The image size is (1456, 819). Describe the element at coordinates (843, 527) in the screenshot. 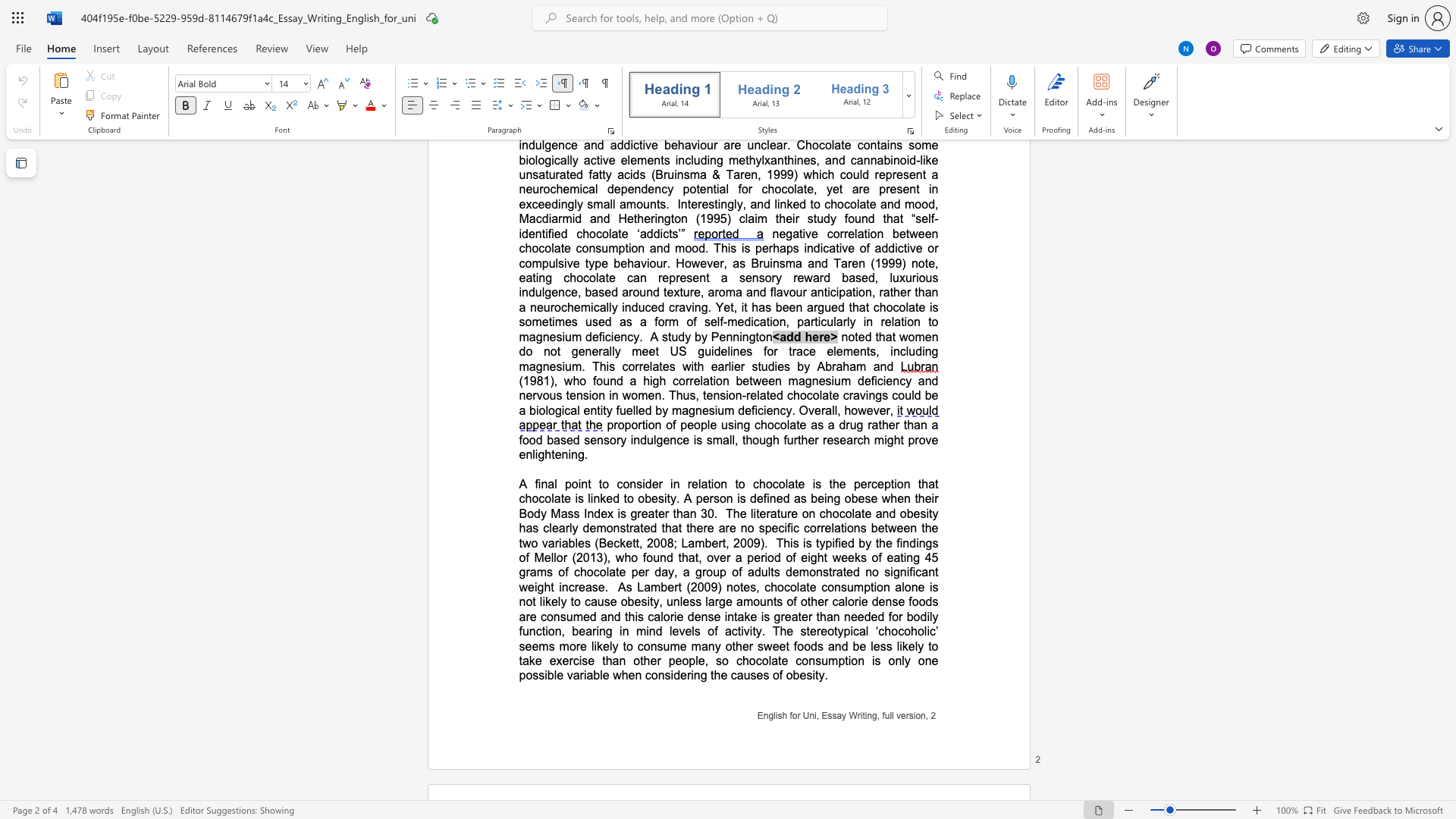

I see `the subset text "ions between the two variabl" within the text "that there are no specific correlations between the two variables (Beckett, 2008; Lambert, 2009)"` at that location.